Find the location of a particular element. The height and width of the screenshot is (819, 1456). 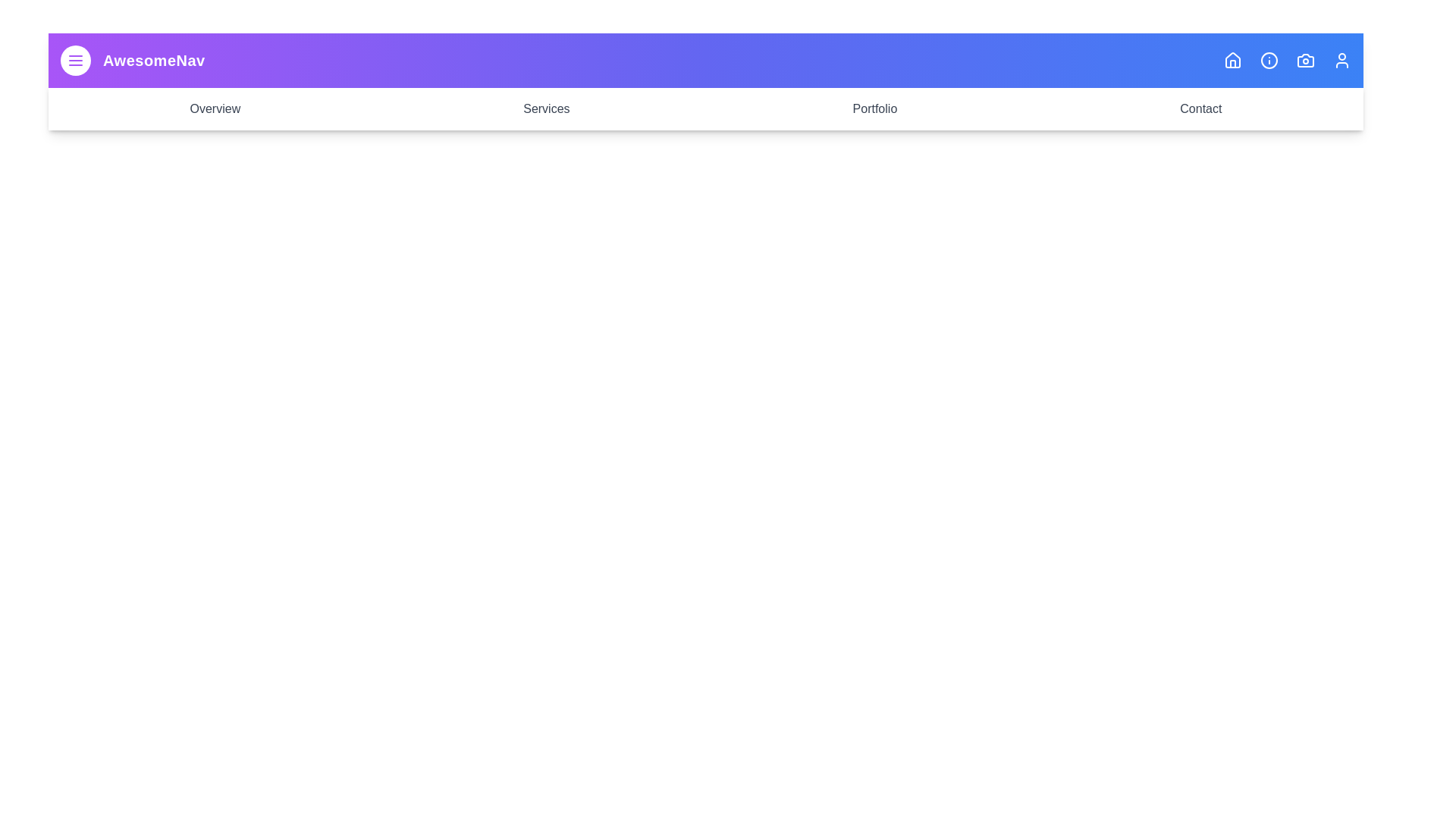

the navigation link labeled Contact to navigate to the respective section is located at coordinates (1200, 108).